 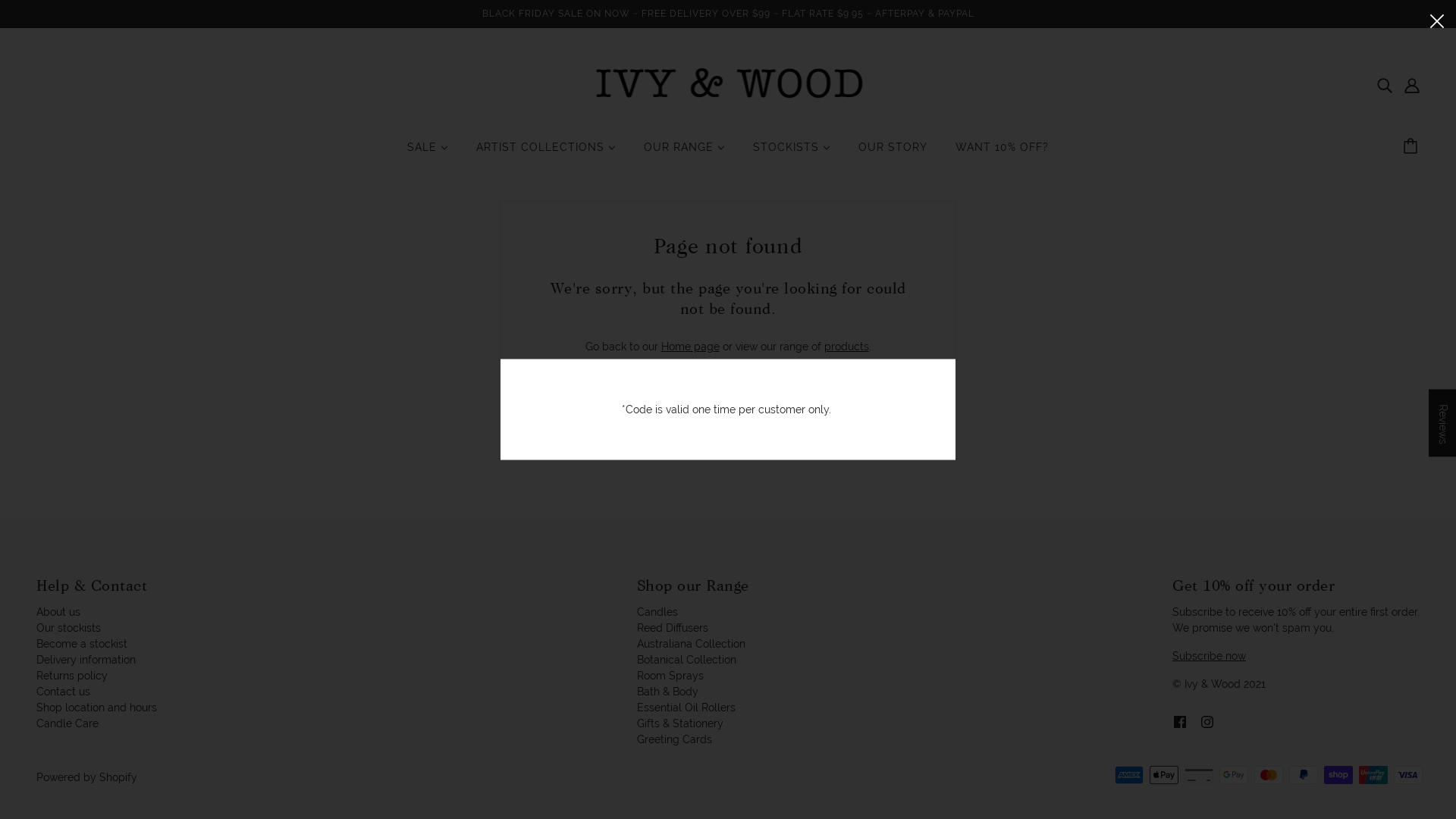 I want to click on 'Powered by Shopify', so click(x=86, y=776).